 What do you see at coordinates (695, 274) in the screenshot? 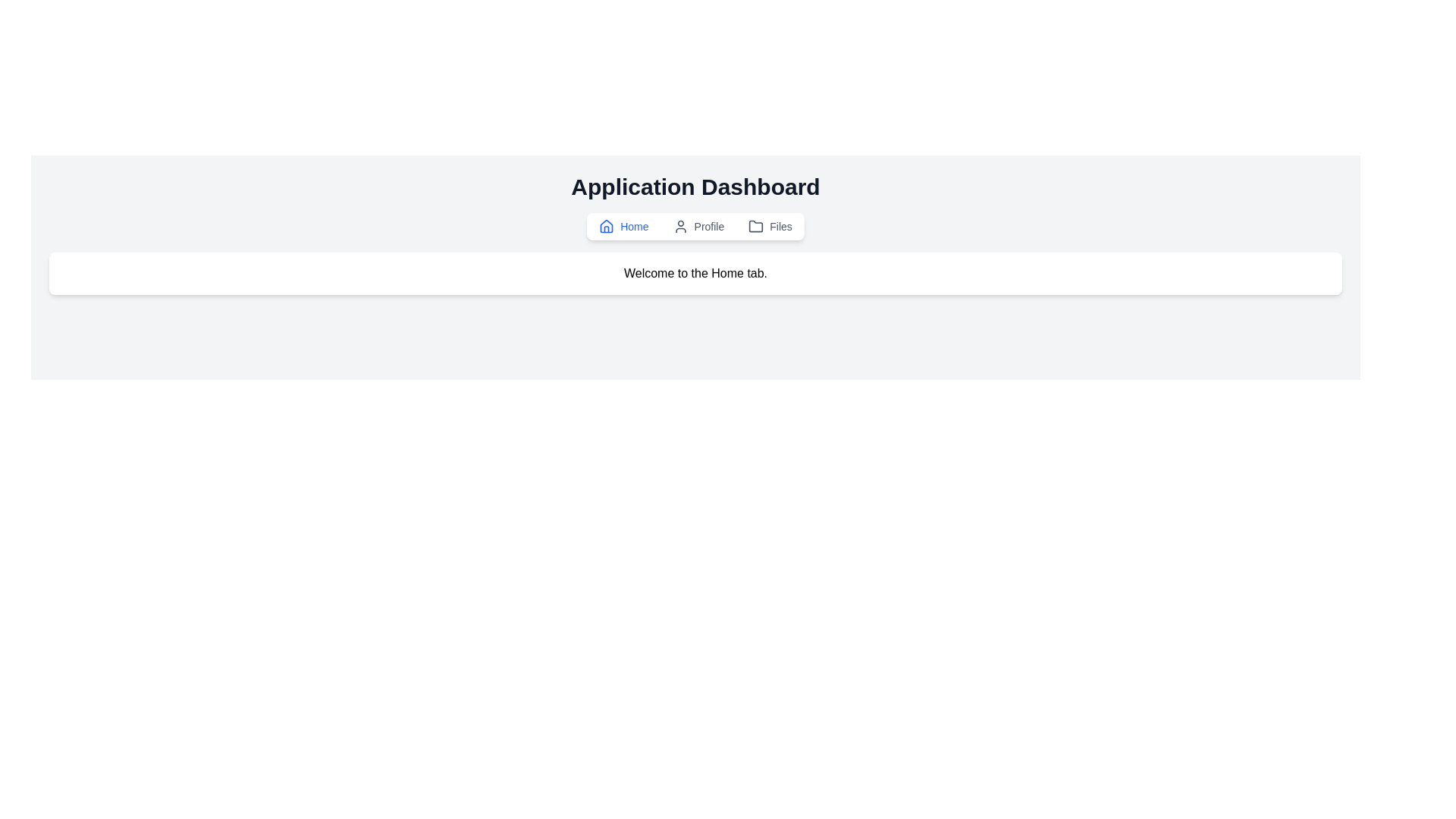
I see `the static text label displaying 'Welcome to the Home tab.' which is centrally positioned below the navigation bar` at bounding box center [695, 274].